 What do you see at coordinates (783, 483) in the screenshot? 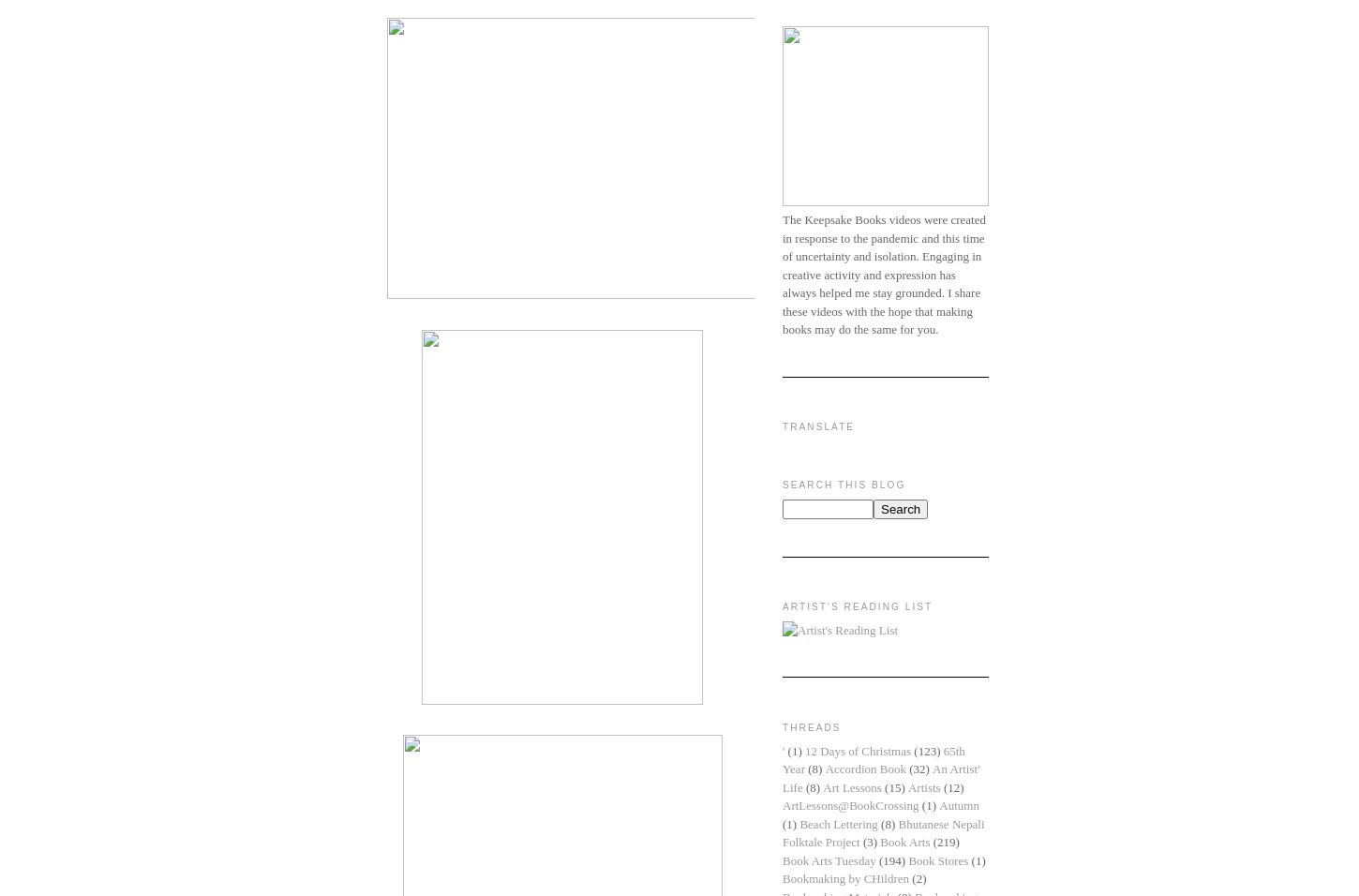
I see `'Search This Blog'` at bounding box center [783, 483].